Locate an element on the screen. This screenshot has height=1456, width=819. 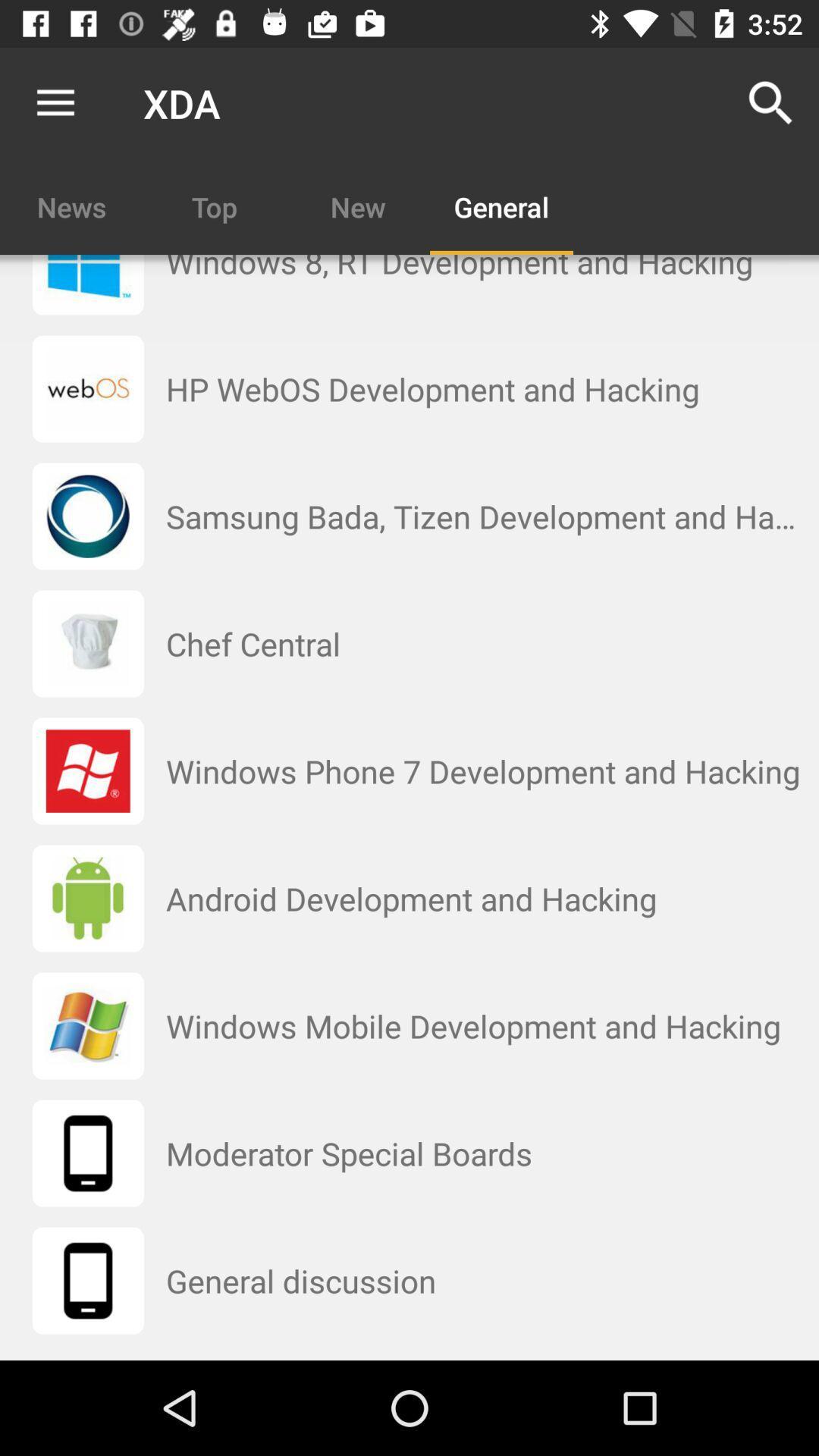
the icon above news item is located at coordinates (55, 102).